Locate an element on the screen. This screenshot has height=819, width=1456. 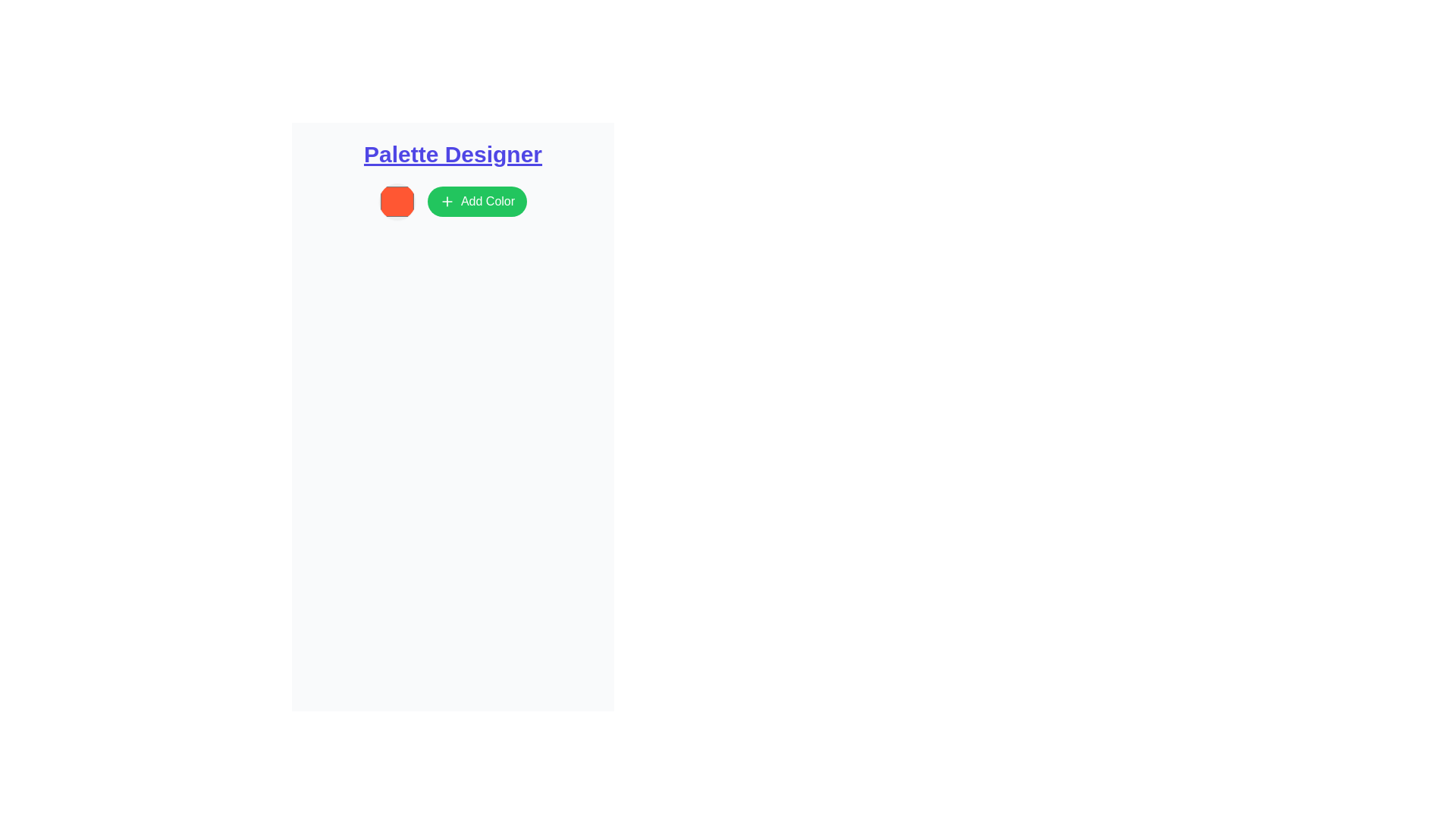
the button that adds a new color to the palette system, located slightly below the 'Palette Designer' heading and to the right of the orange color preview box is located at coordinates (452, 201).